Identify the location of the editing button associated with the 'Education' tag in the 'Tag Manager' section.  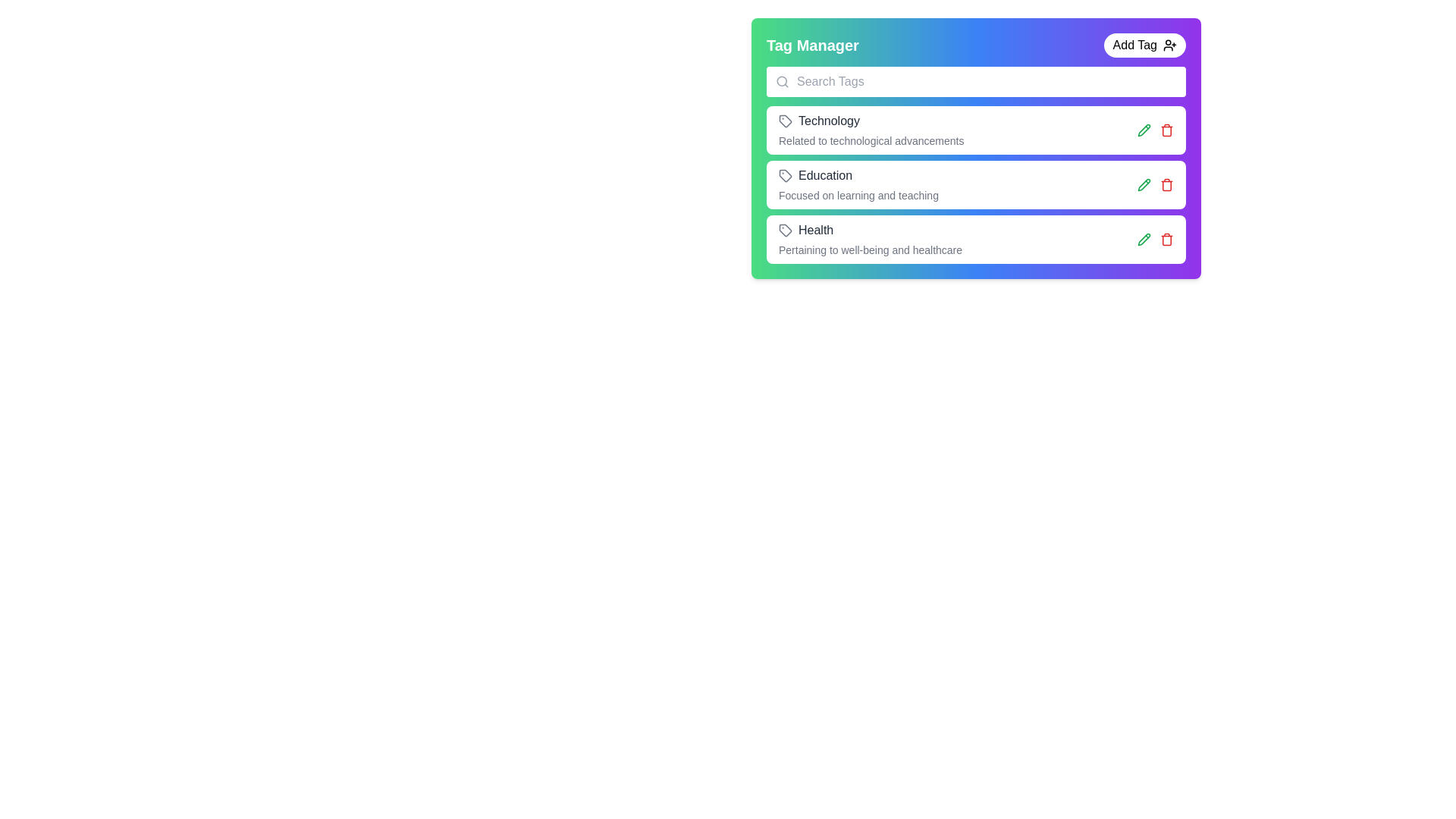
(1144, 130).